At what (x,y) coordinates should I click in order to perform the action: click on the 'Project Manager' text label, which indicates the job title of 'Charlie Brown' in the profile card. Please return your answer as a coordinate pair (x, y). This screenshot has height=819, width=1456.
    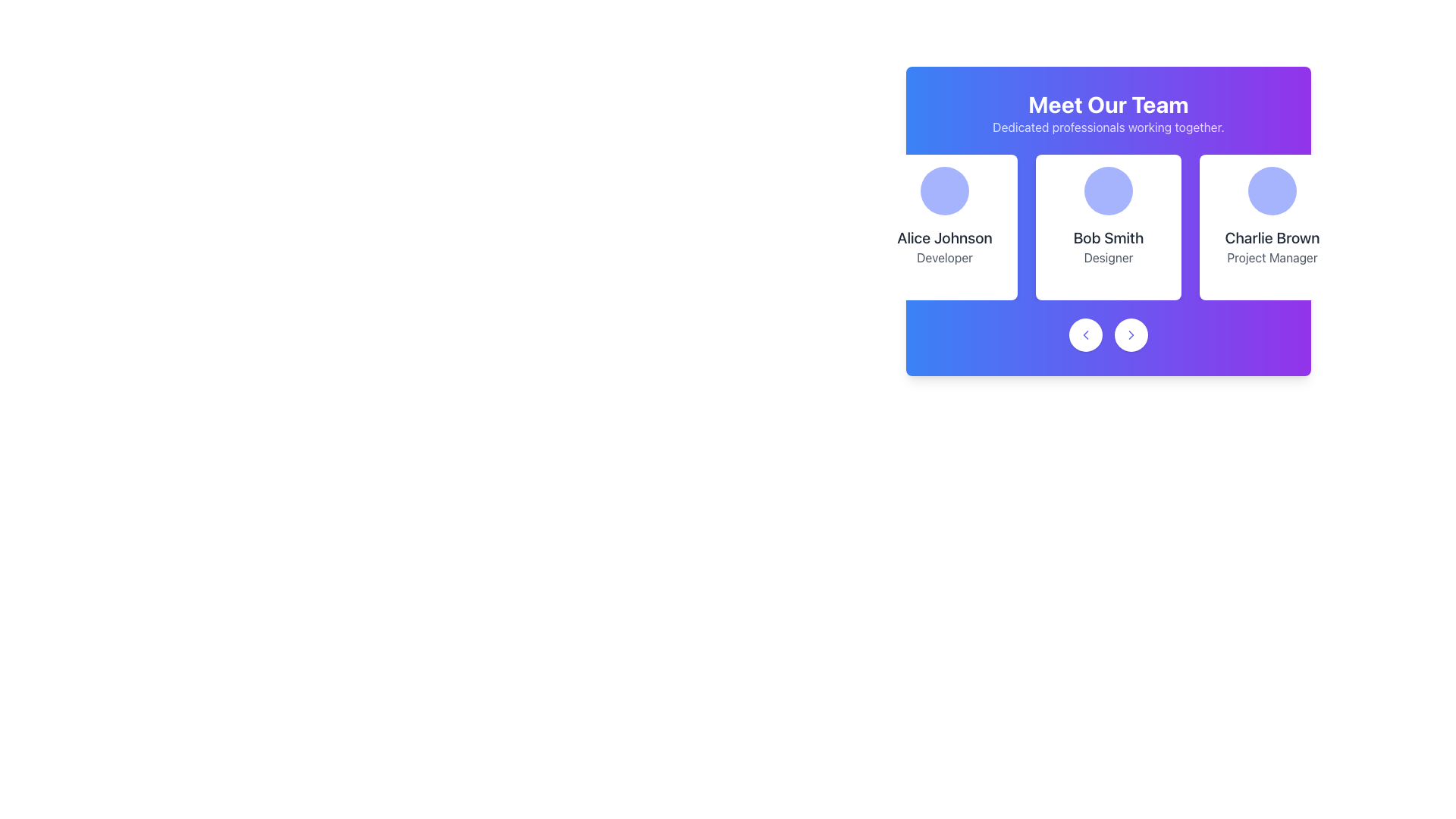
    Looking at the image, I should click on (1272, 256).